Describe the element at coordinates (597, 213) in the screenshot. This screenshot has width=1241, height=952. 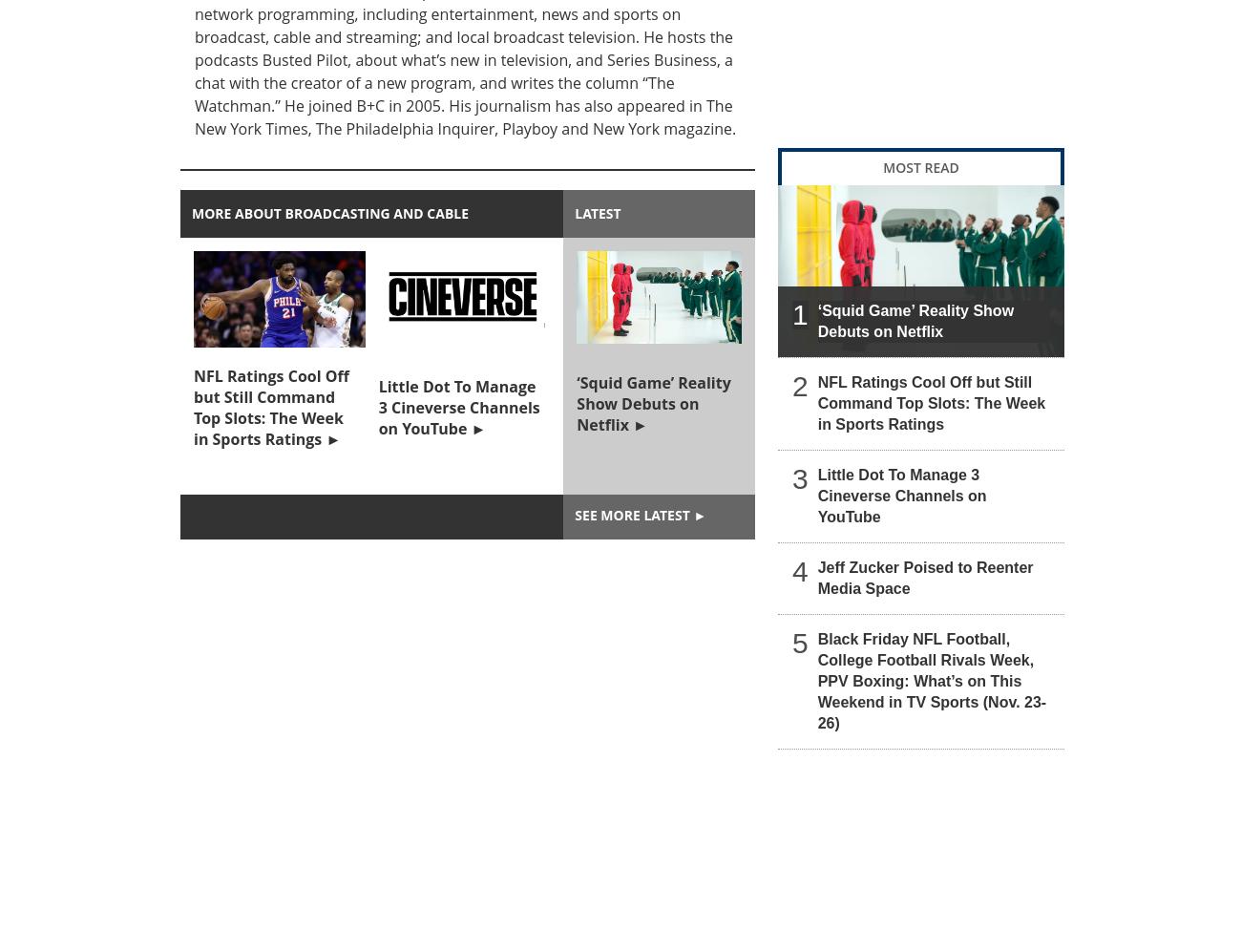
I see `'Latest'` at that location.